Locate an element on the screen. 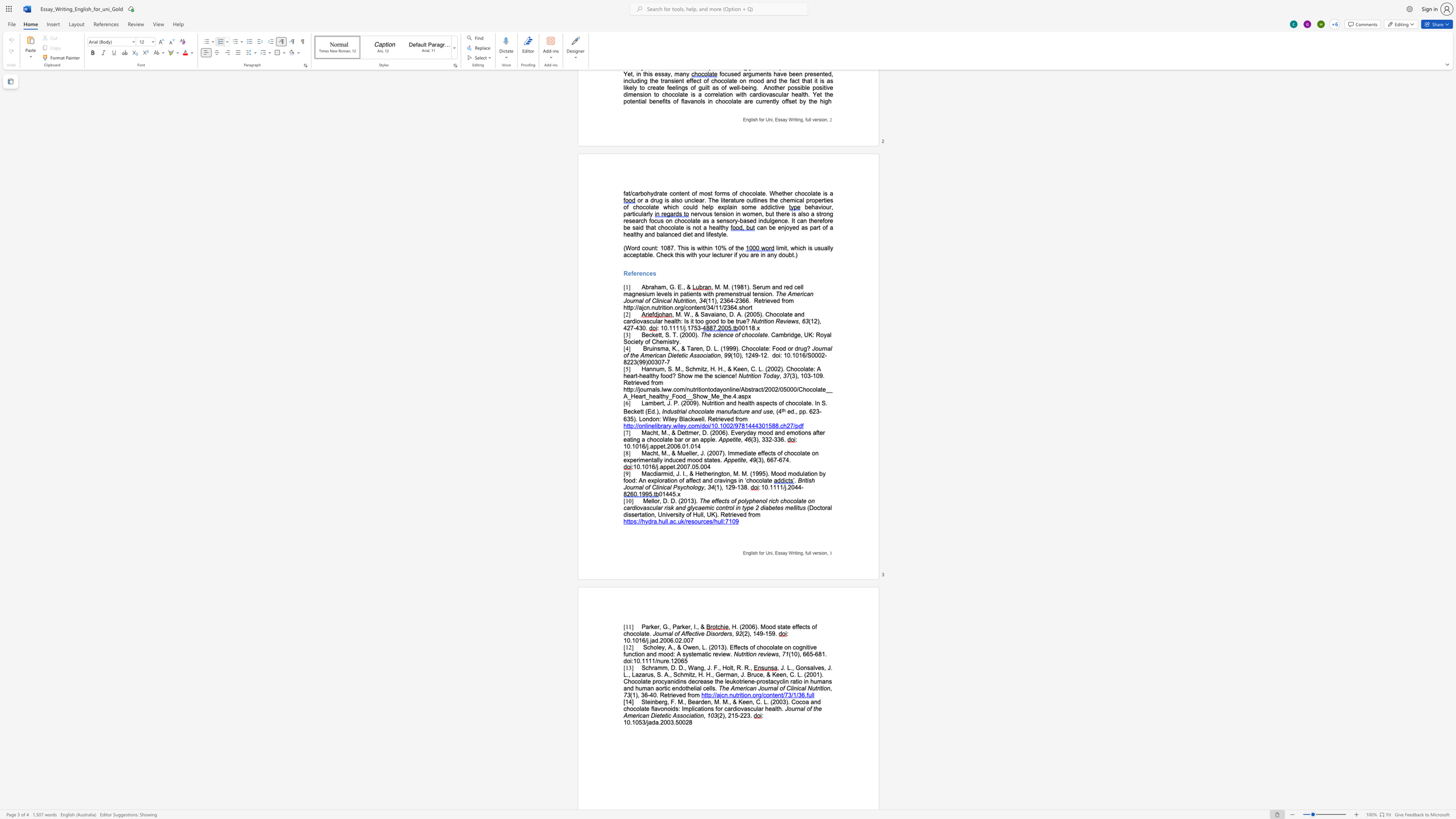  the space between the continuous character "-" and "3" in the text is located at coordinates (774, 439).